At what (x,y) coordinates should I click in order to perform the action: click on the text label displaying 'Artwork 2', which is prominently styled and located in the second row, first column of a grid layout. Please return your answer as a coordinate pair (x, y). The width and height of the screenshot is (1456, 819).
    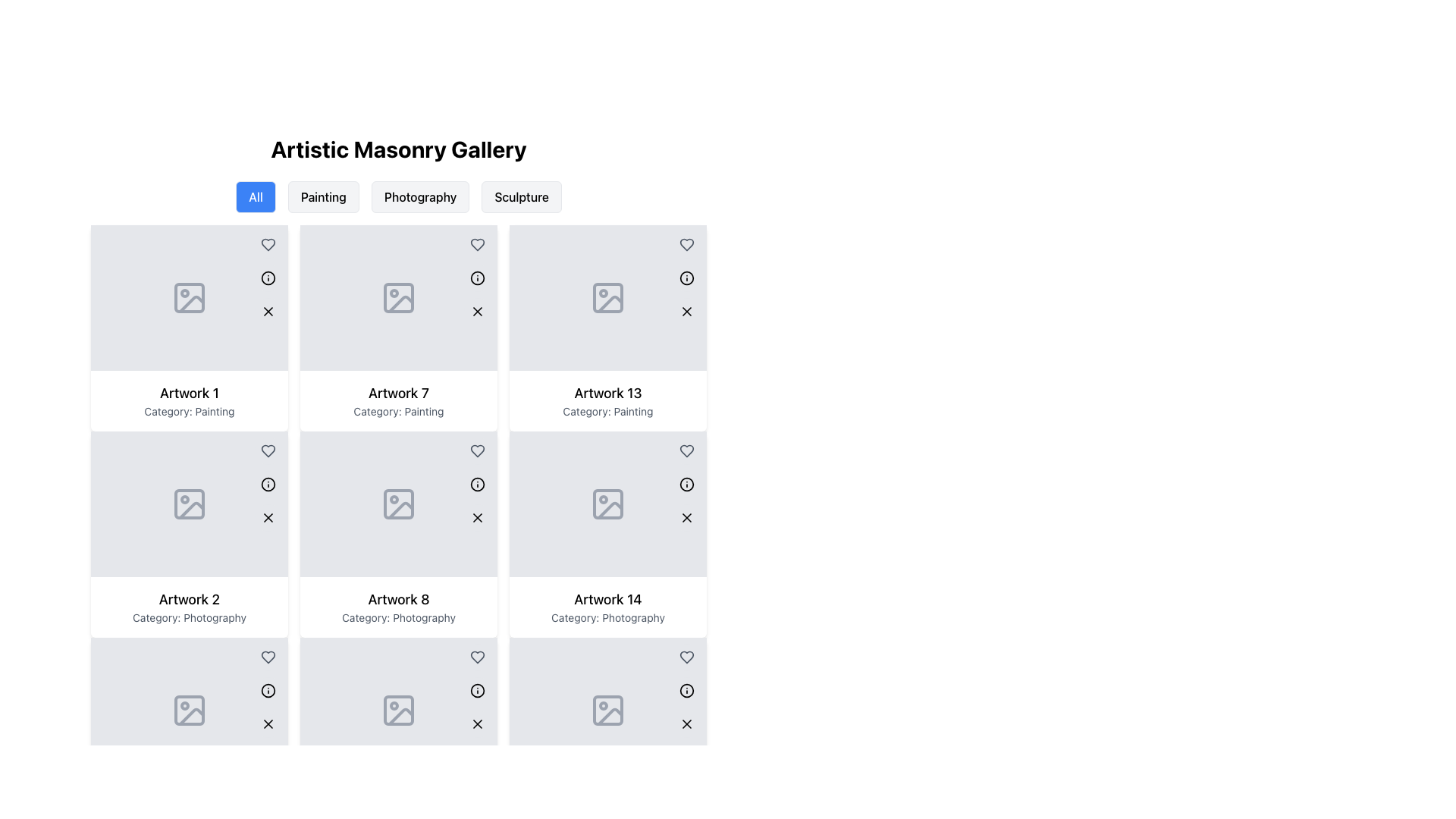
    Looking at the image, I should click on (188, 598).